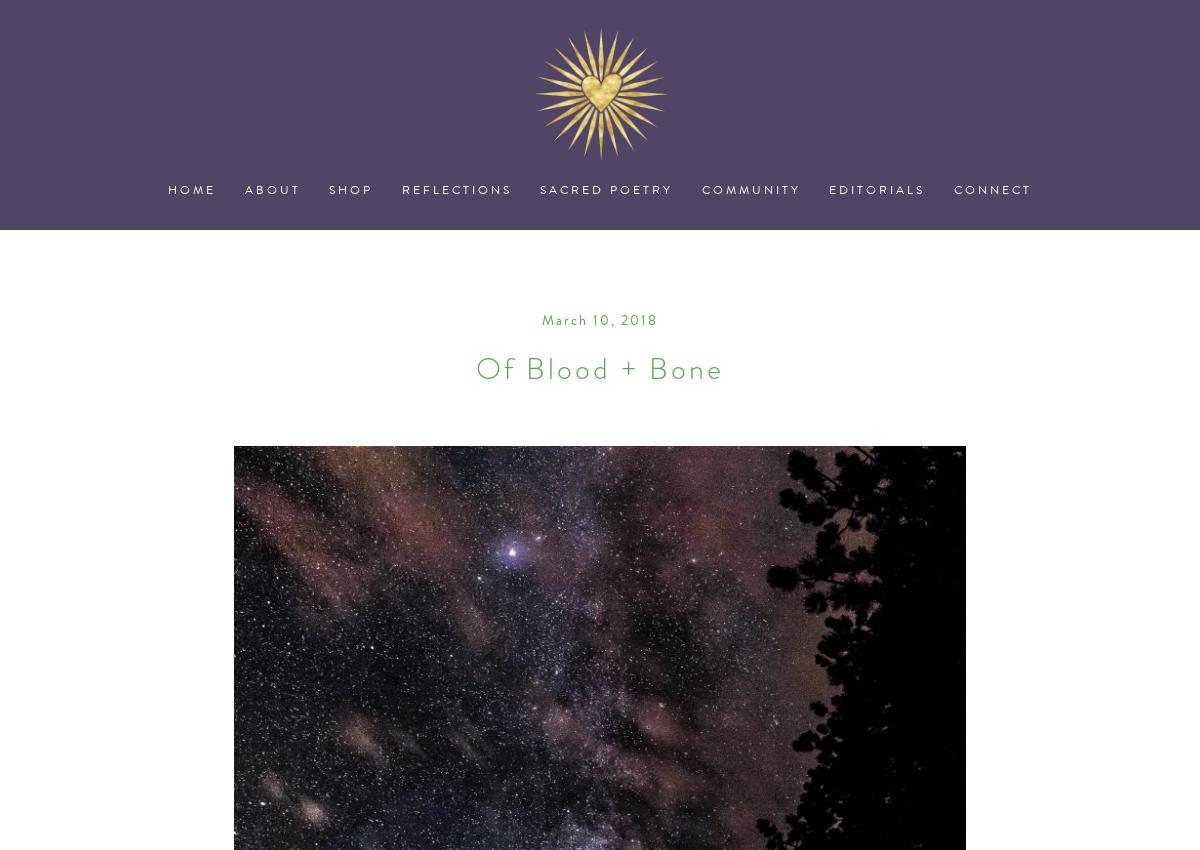 The width and height of the screenshot is (1200, 850). I want to click on 'Home', so click(191, 188).